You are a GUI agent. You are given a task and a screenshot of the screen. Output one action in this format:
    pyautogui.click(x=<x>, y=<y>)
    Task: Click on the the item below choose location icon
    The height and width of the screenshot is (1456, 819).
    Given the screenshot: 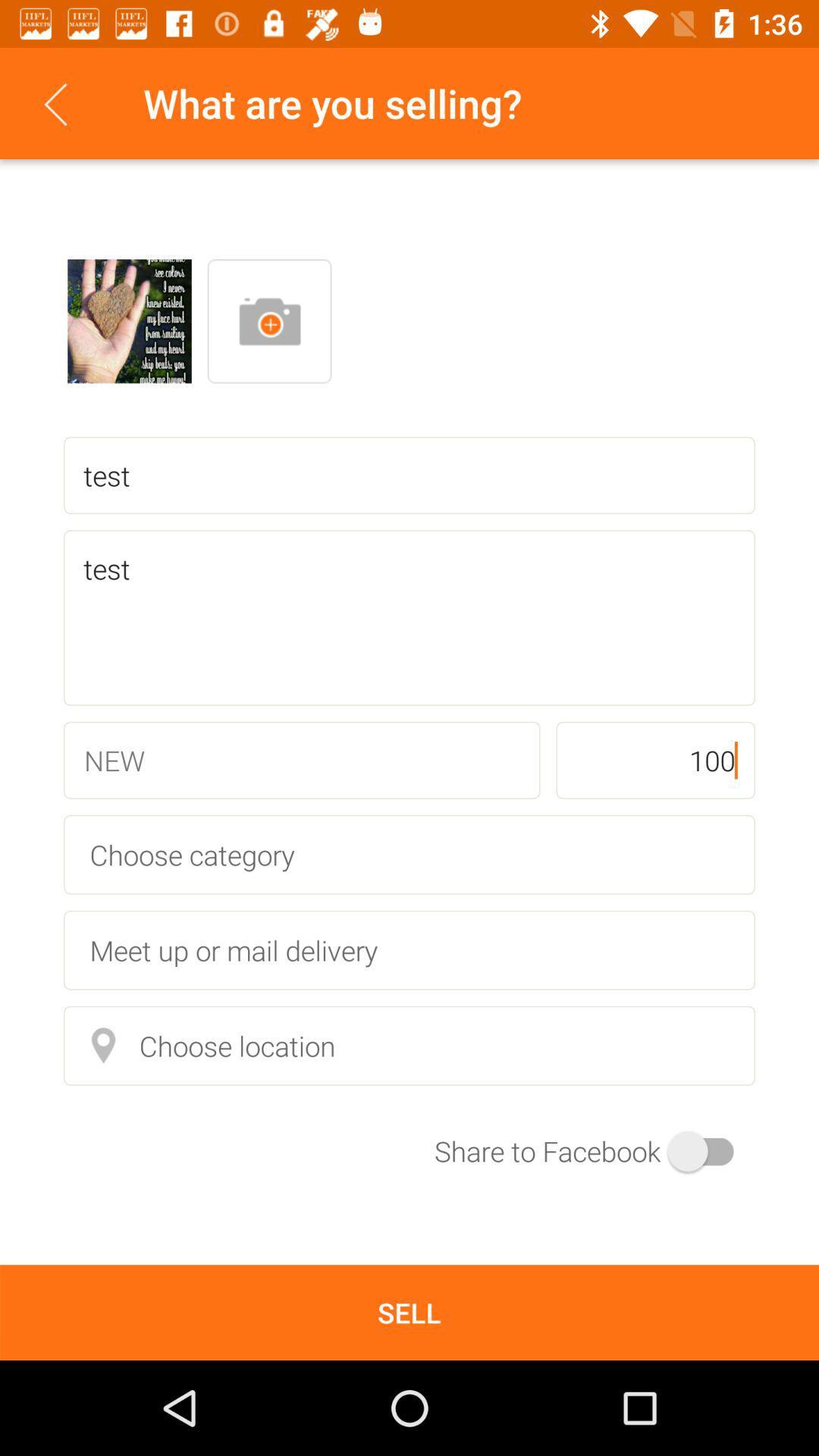 What is the action you would take?
    pyautogui.click(x=594, y=1151)
    